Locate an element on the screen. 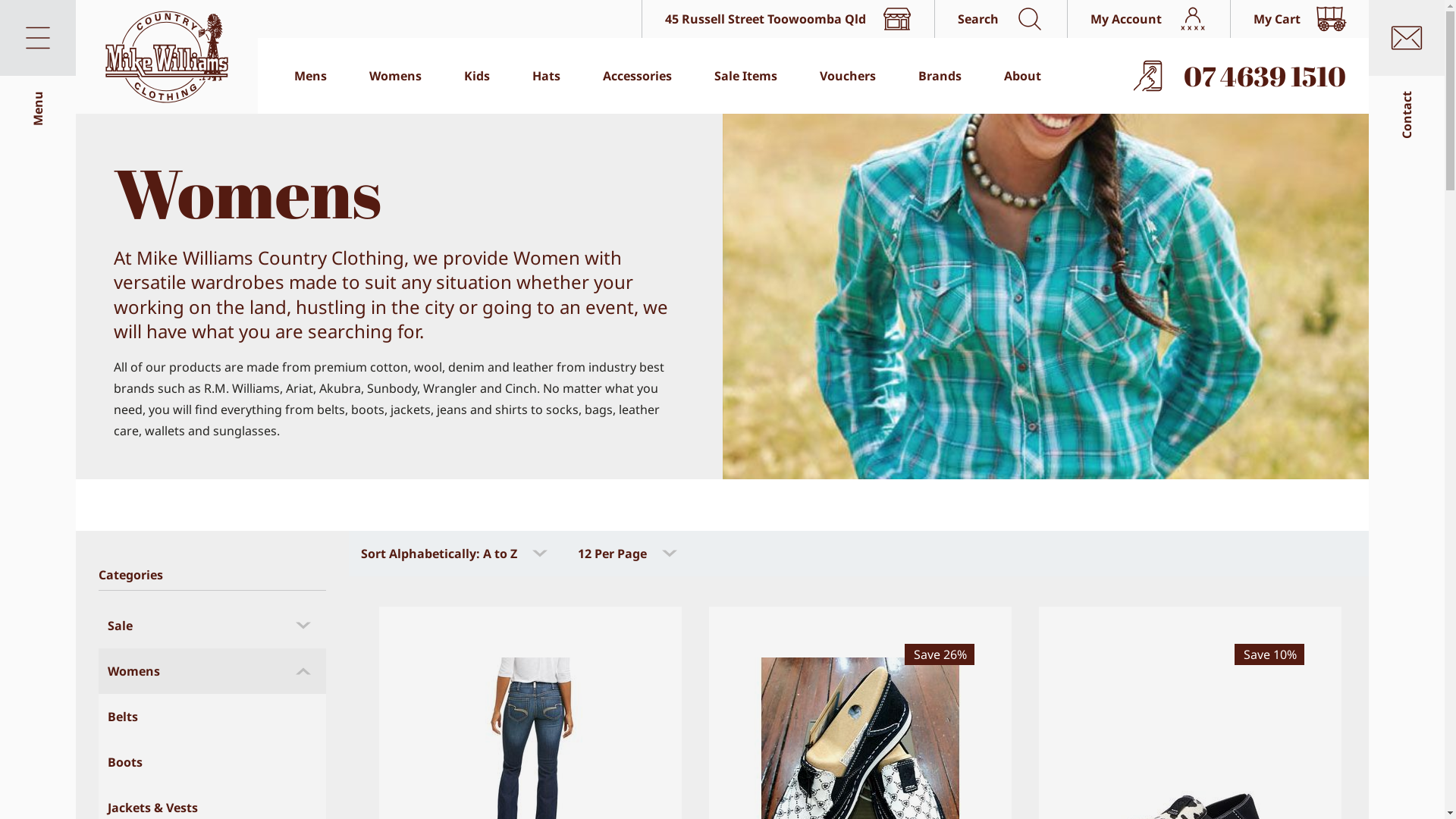 This screenshot has width=1456, height=819. 'My Account' is located at coordinates (1065, 18).